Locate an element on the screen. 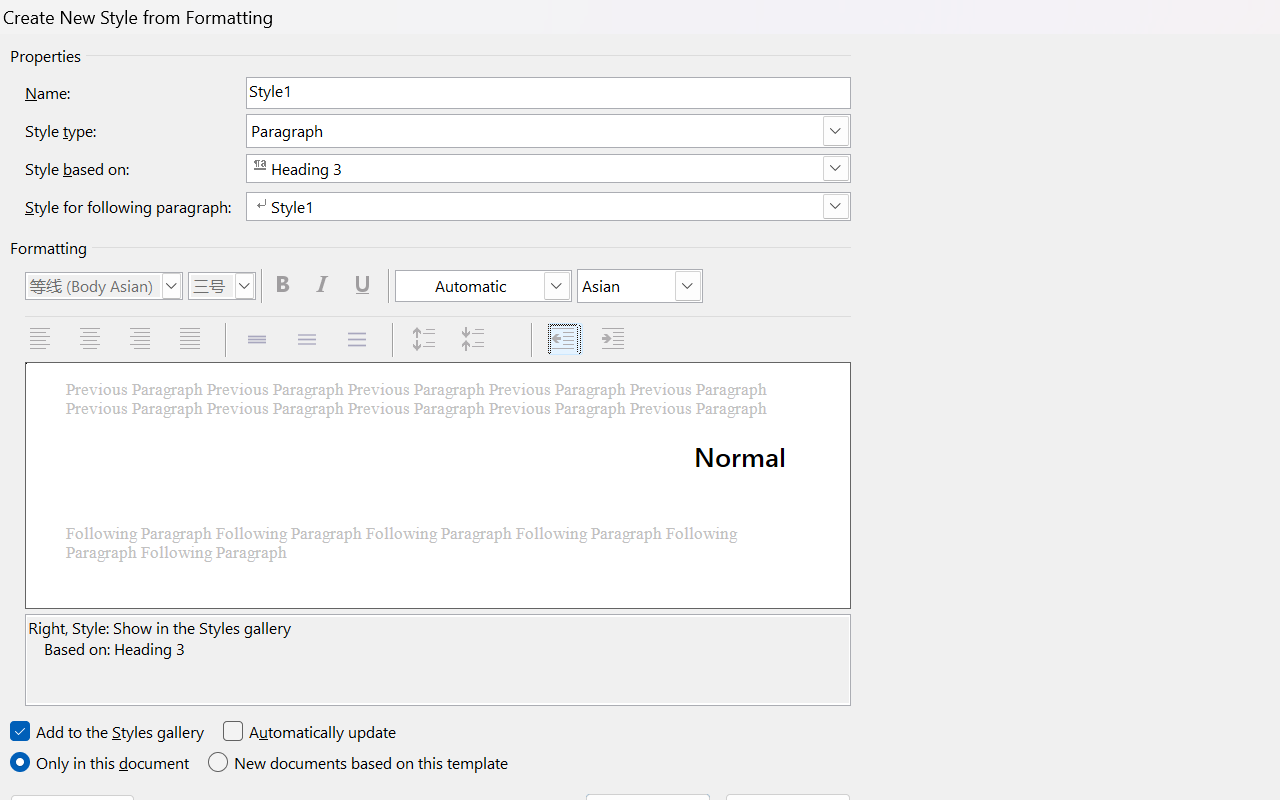 Image resolution: width=1280 pixels, height=800 pixels. 'RichEdit Control' is located at coordinates (548, 92).